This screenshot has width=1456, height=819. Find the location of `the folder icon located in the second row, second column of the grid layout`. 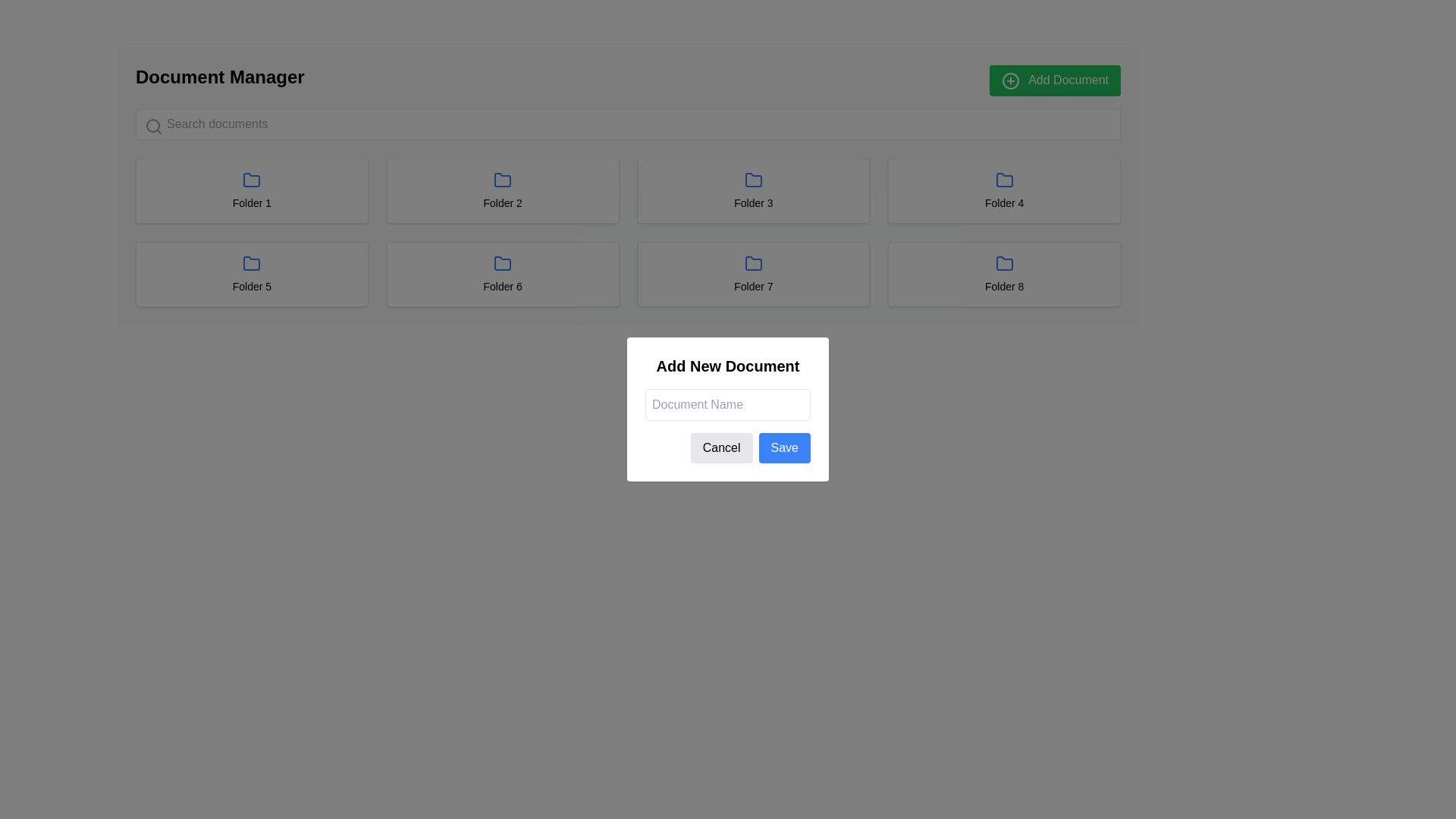

the folder icon located in the second row, second column of the grid layout is located at coordinates (503, 262).